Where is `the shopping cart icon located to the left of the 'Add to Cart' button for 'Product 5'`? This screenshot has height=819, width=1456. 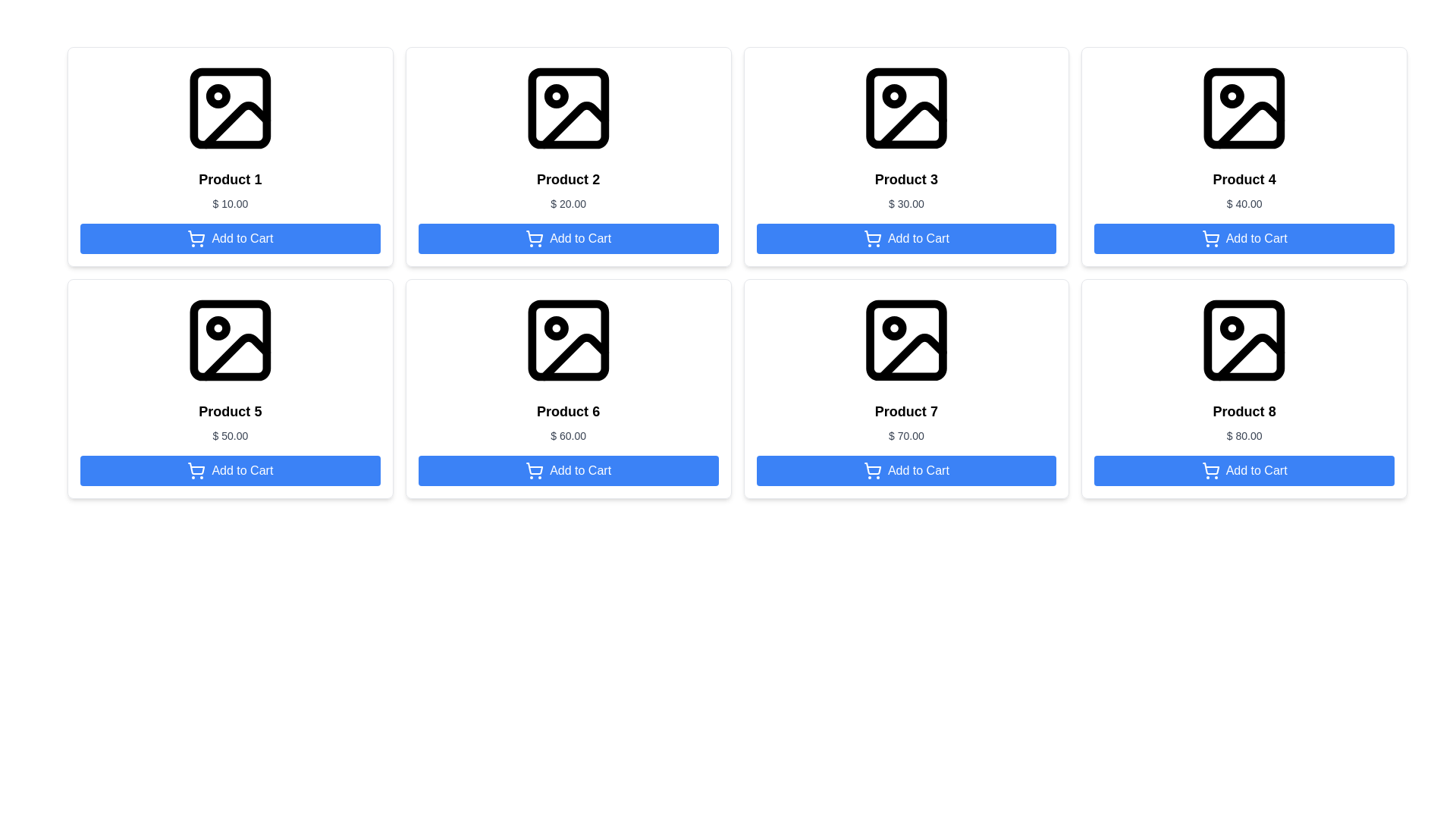
the shopping cart icon located to the left of the 'Add to Cart' button for 'Product 5' is located at coordinates (196, 468).